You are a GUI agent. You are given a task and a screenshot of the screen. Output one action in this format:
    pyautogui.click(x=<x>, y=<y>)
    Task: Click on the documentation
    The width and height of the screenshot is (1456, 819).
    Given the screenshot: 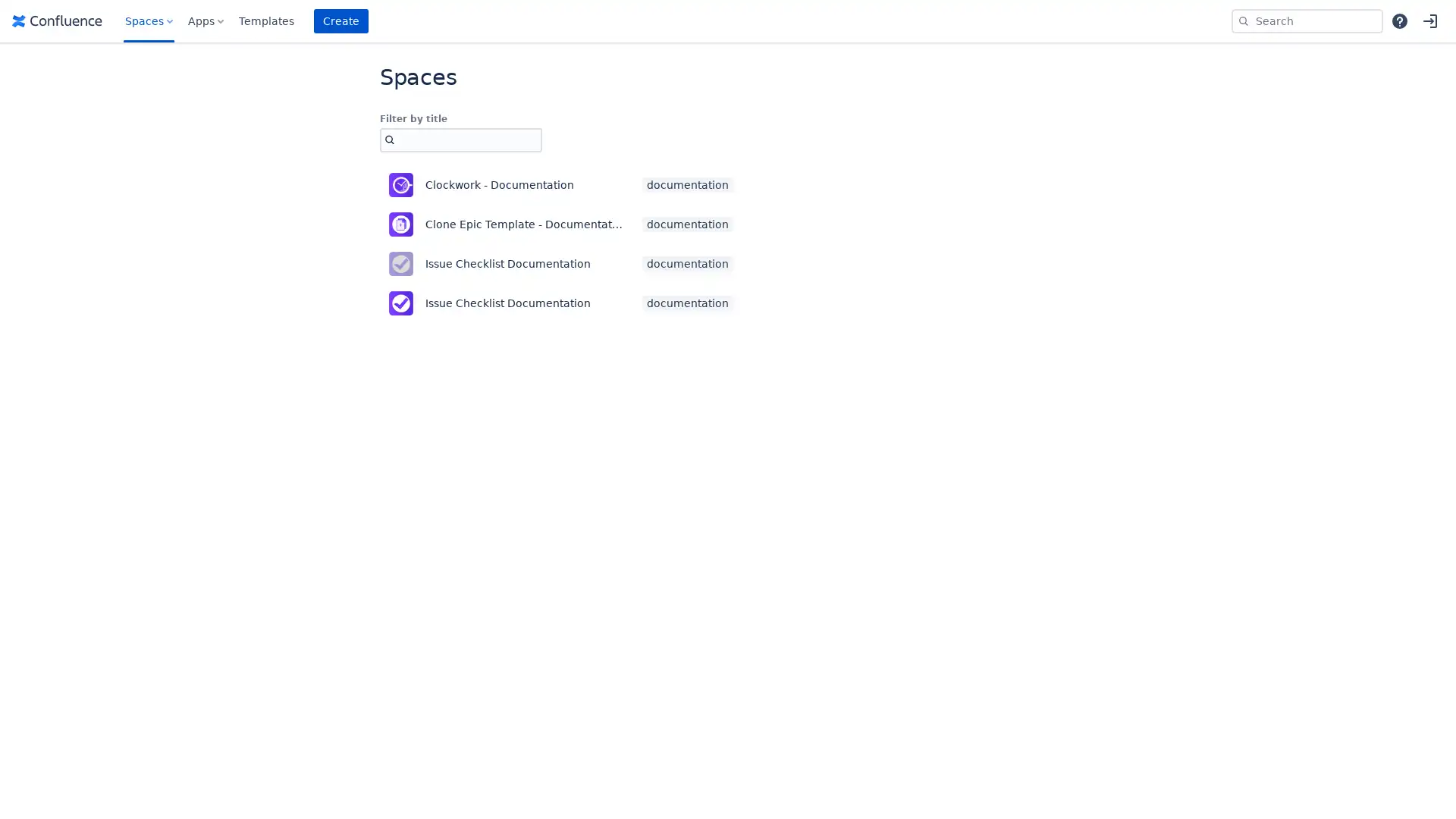 What is the action you would take?
    pyautogui.click(x=687, y=303)
    